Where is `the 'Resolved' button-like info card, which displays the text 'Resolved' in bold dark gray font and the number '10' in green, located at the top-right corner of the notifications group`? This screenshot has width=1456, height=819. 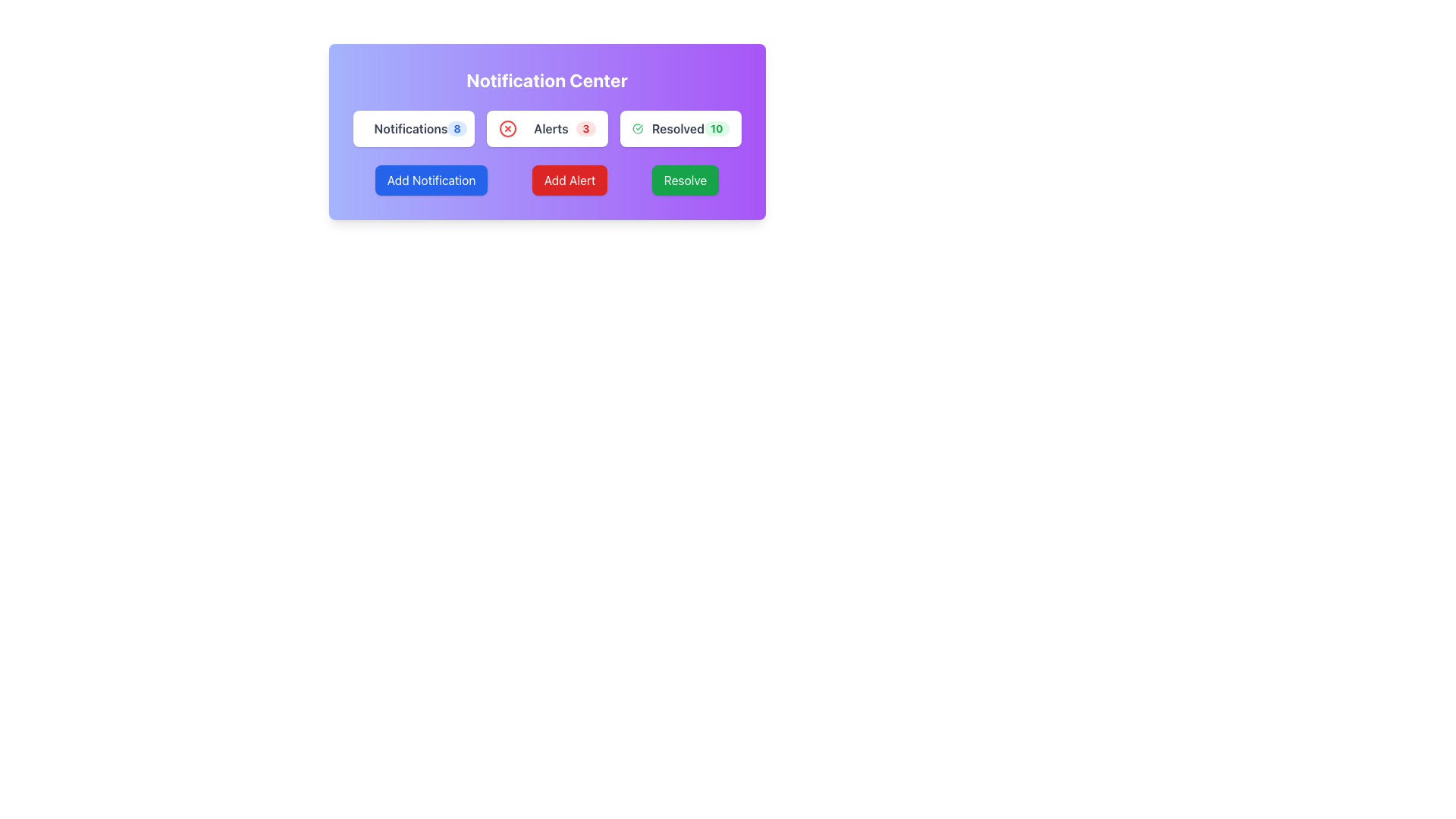
the 'Resolved' button-like info card, which displays the text 'Resolved' in bold dark gray font and the number '10' in green, located at the top-right corner of the notifications group is located at coordinates (679, 127).